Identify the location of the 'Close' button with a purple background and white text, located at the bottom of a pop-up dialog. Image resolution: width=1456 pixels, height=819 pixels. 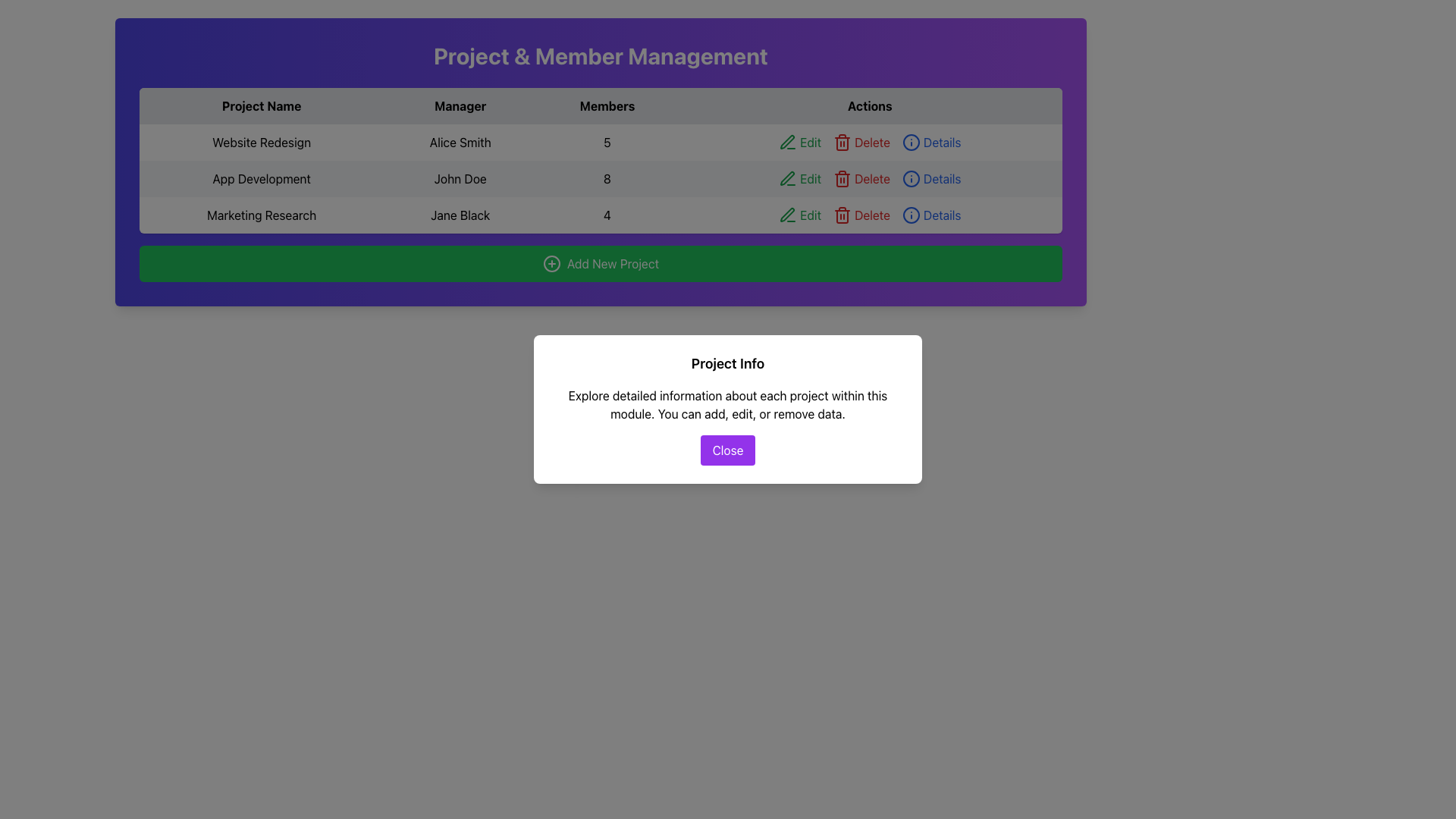
(728, 450).